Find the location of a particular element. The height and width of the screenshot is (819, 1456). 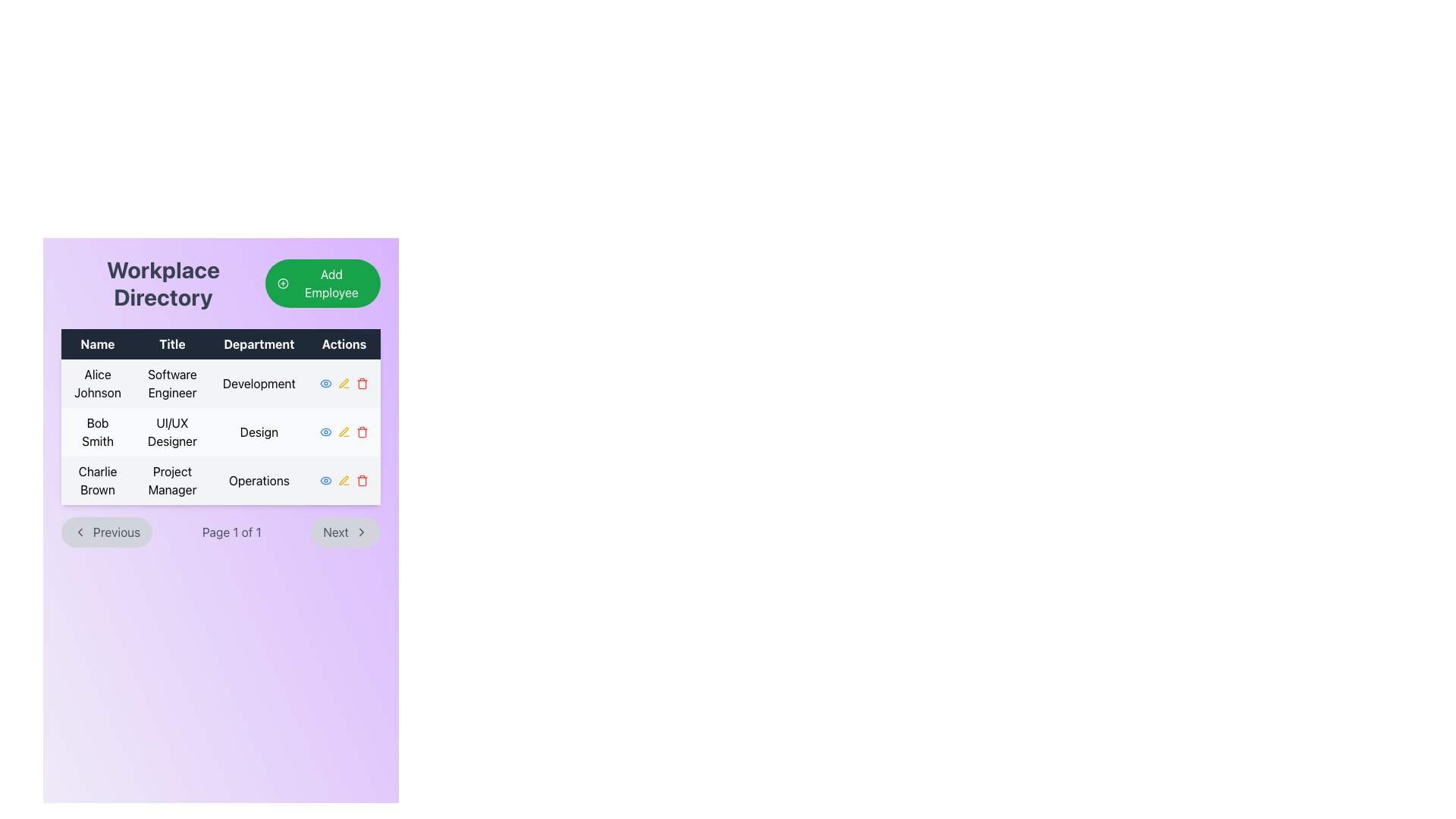

text label that serves as a heading for the directory of workplaces, located at the top-left portion of the panel, before the 'Add Employee' button is located at coordinates (163, 284).